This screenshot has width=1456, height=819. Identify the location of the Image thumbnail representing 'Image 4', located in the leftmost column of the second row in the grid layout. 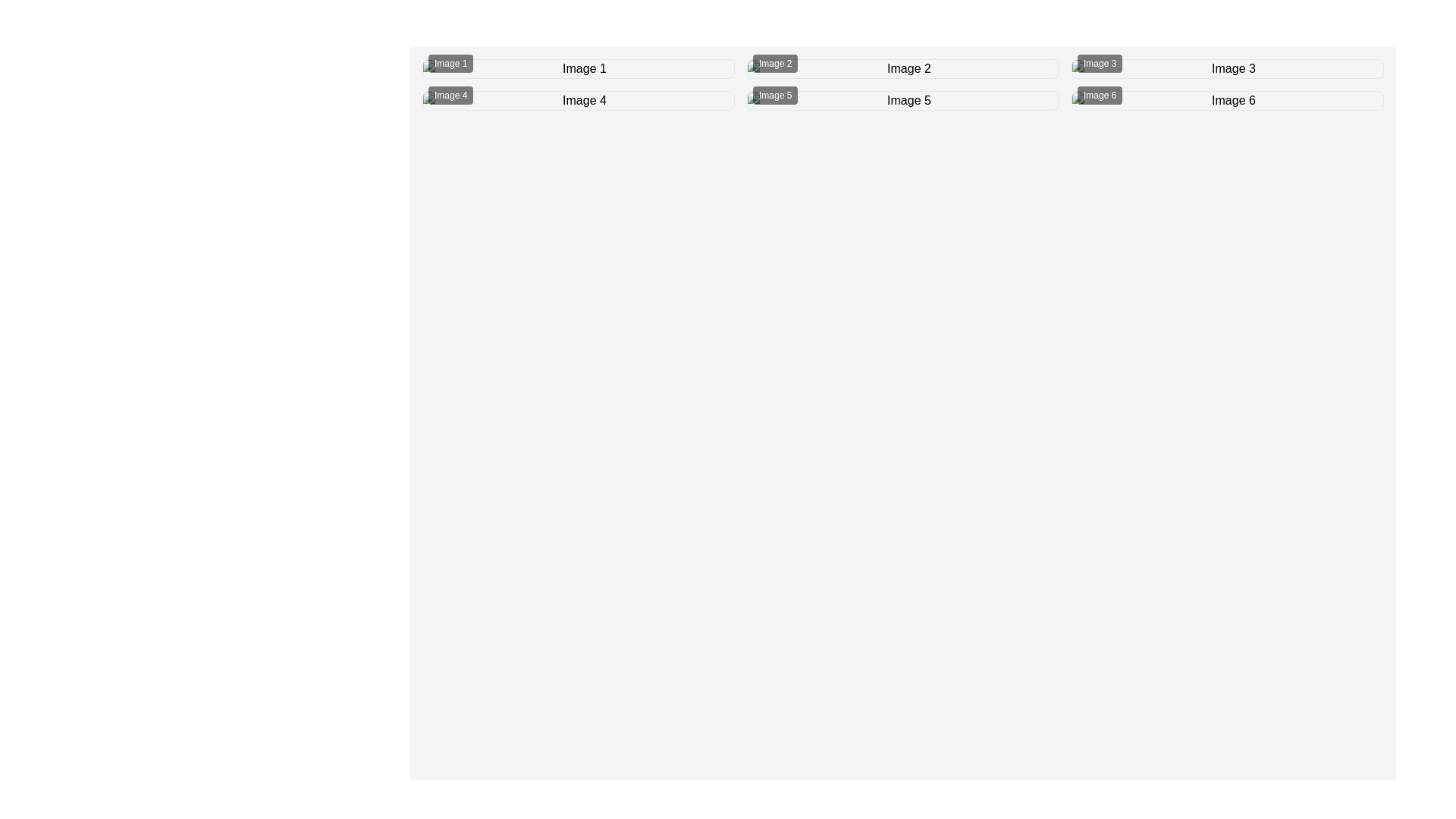
(578, 100).